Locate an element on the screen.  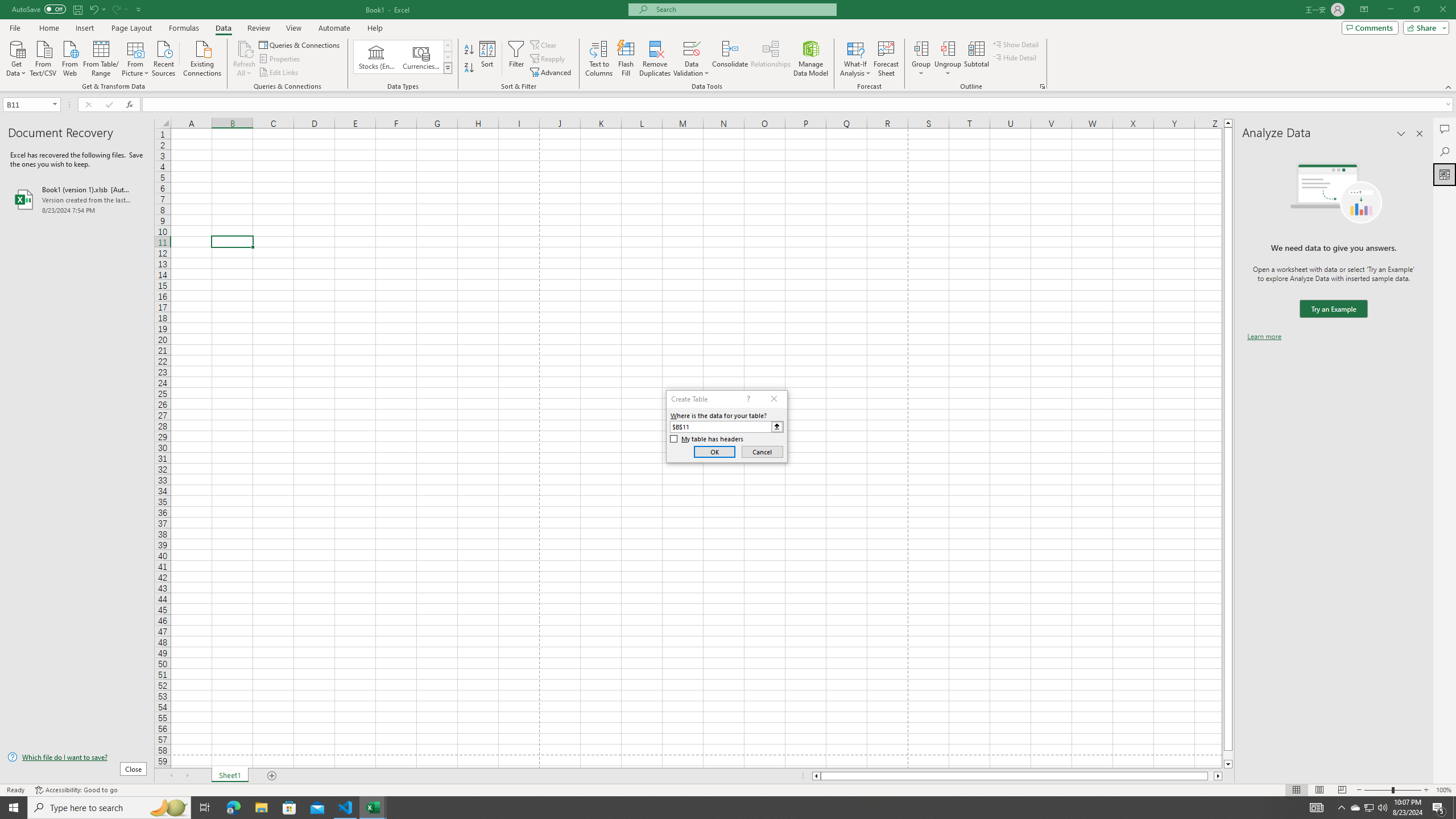
'We need data to give you answers. Try an Example' is located at coordinates (1333, 309).